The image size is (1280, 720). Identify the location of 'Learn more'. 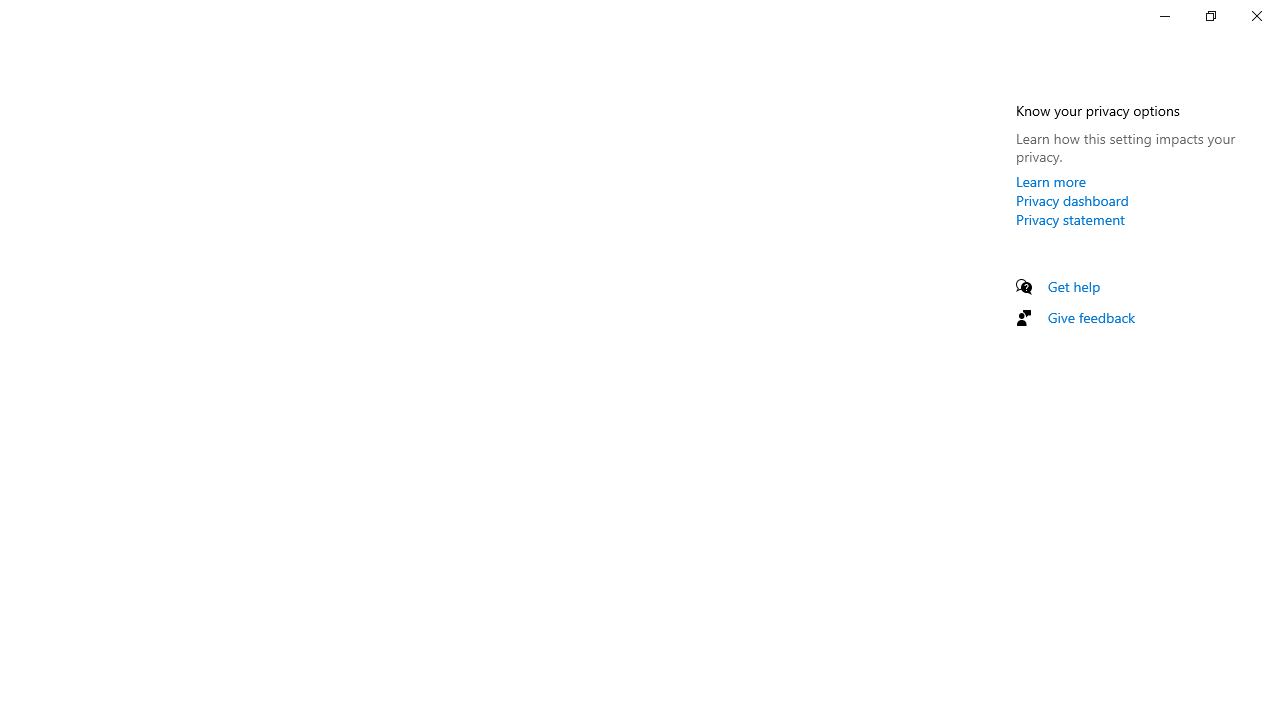
(1050, 181).